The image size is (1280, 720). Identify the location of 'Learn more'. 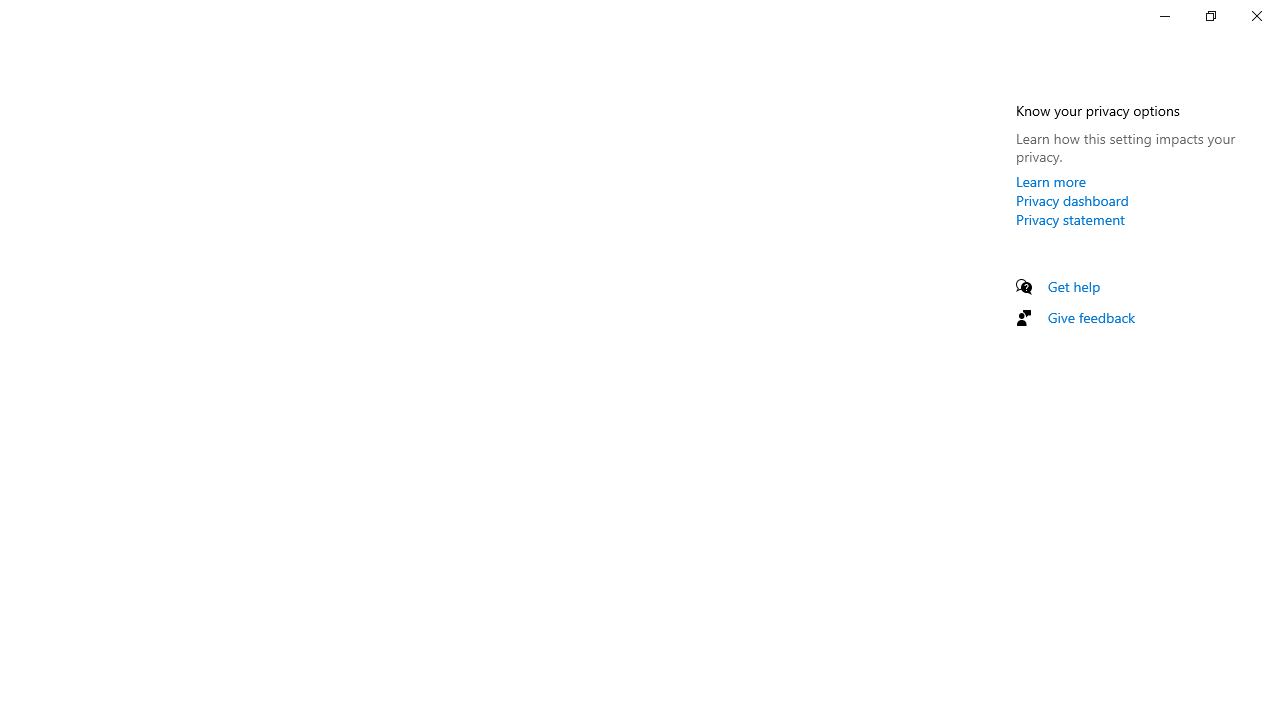
(1050, 181).